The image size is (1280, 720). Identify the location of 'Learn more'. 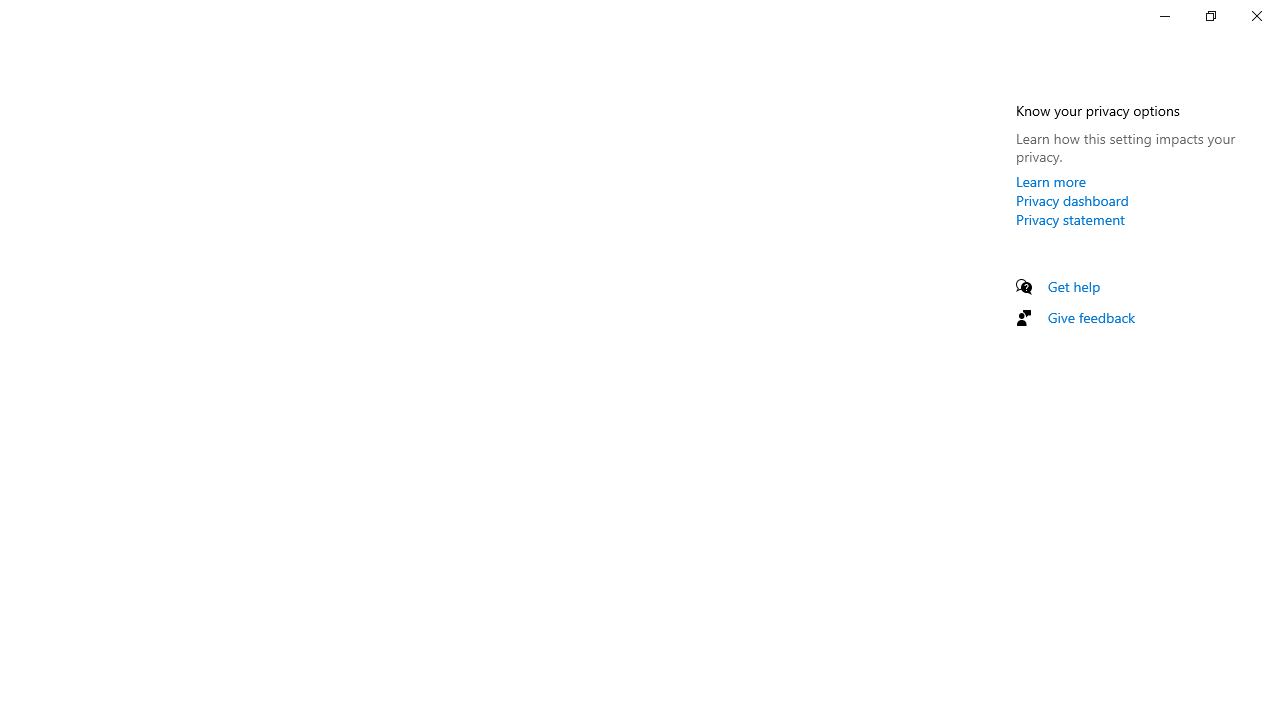
(1050, 181).